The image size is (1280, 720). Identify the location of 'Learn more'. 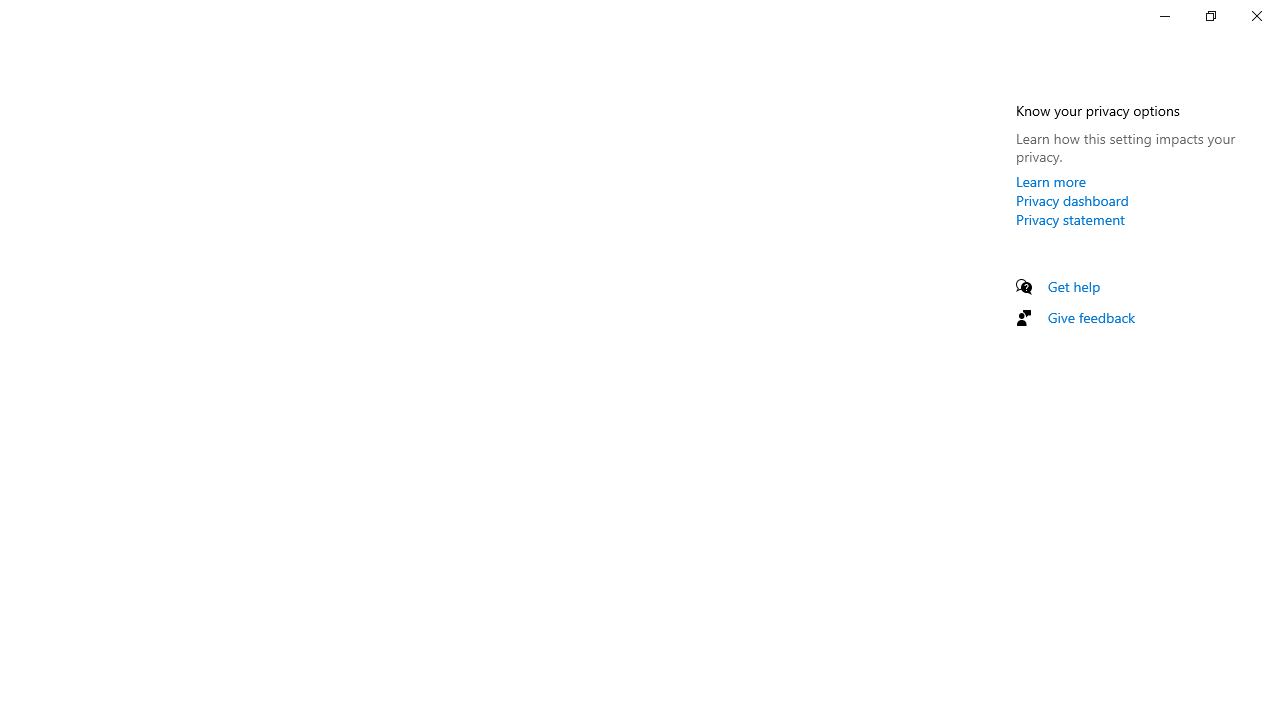
(1050, 181).